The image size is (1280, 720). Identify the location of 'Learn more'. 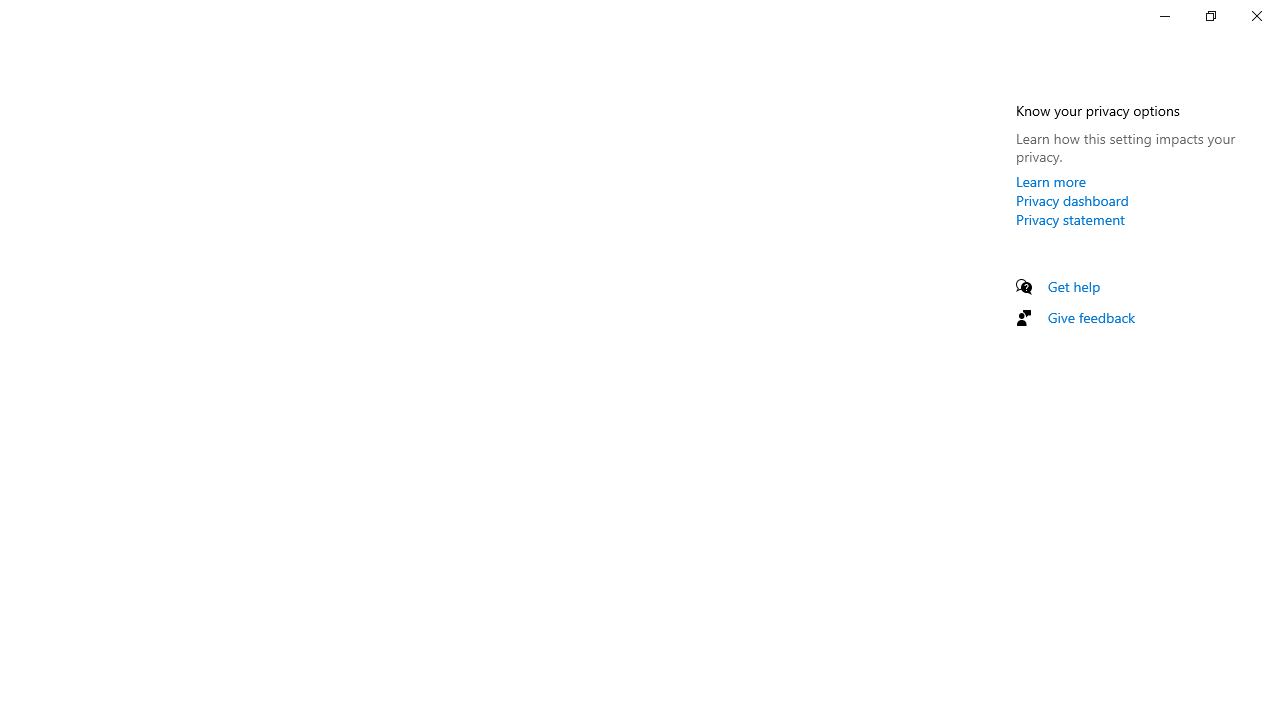
(1050, 181).